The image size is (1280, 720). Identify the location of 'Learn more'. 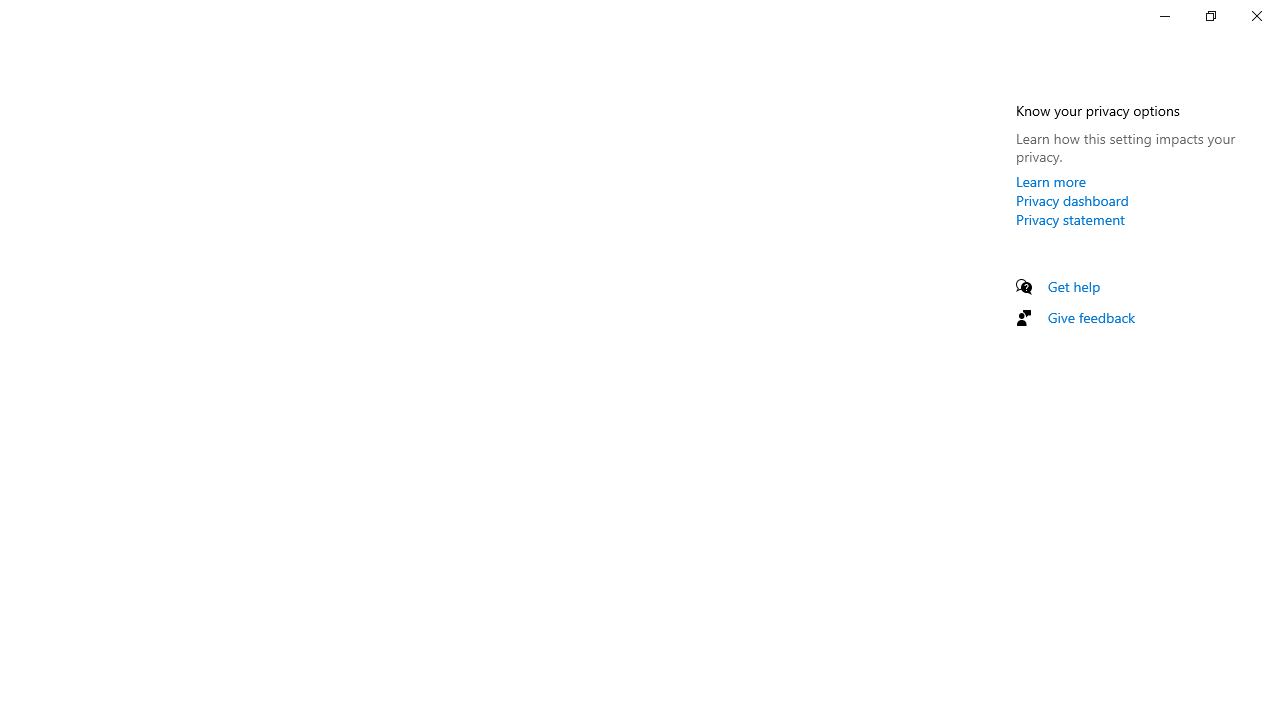
(1050, 181).